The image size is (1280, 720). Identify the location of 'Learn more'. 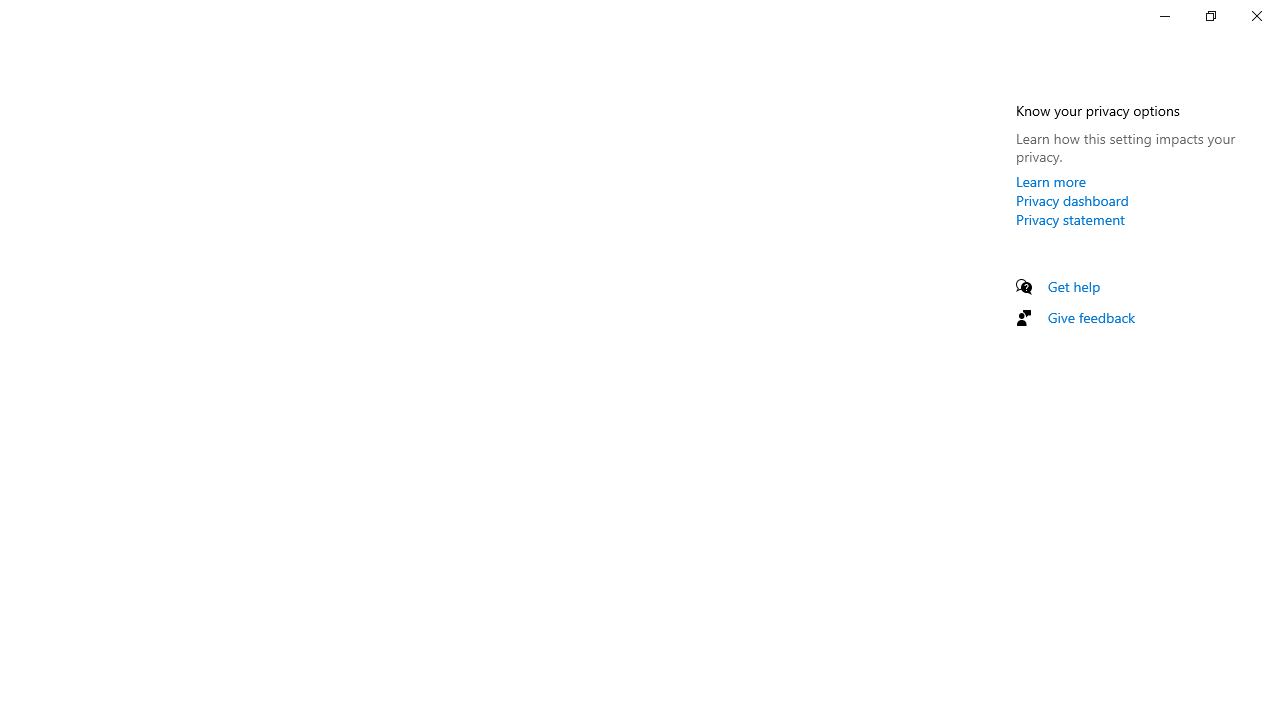
(1050, 181).